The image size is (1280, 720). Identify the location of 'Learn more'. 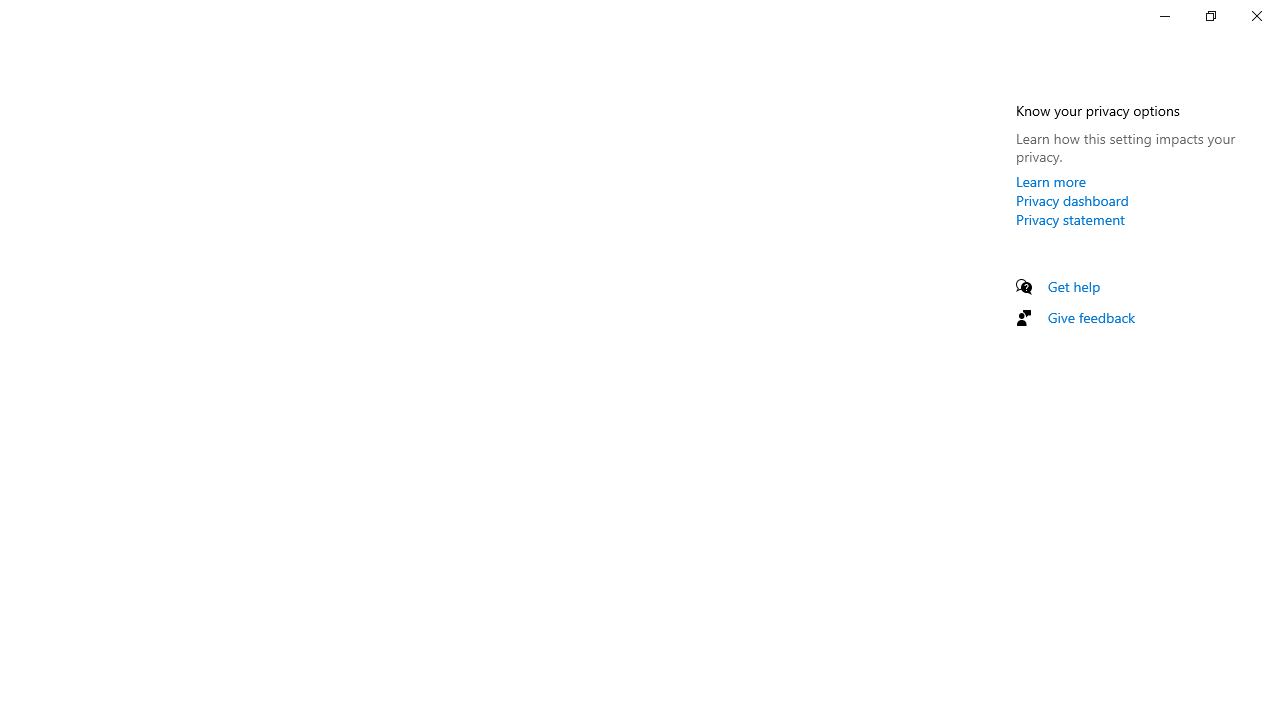
(1050, 181).